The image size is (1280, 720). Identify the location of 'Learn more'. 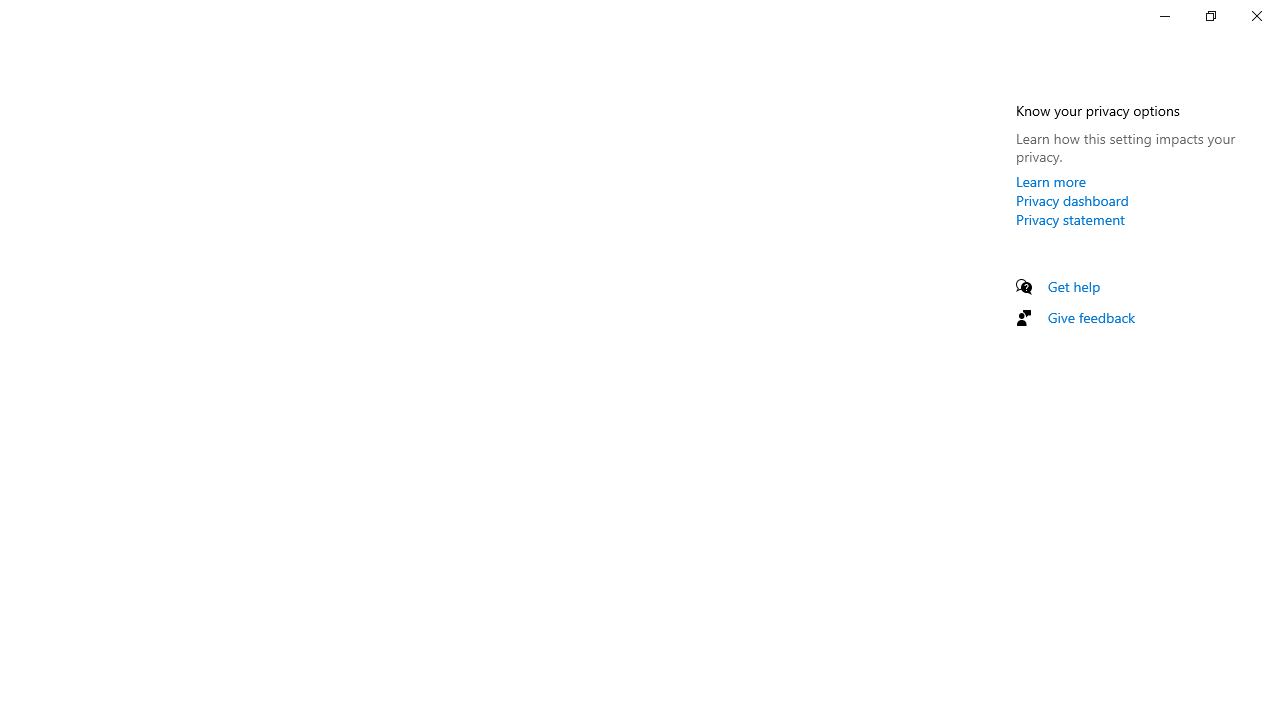
(1050, 181).